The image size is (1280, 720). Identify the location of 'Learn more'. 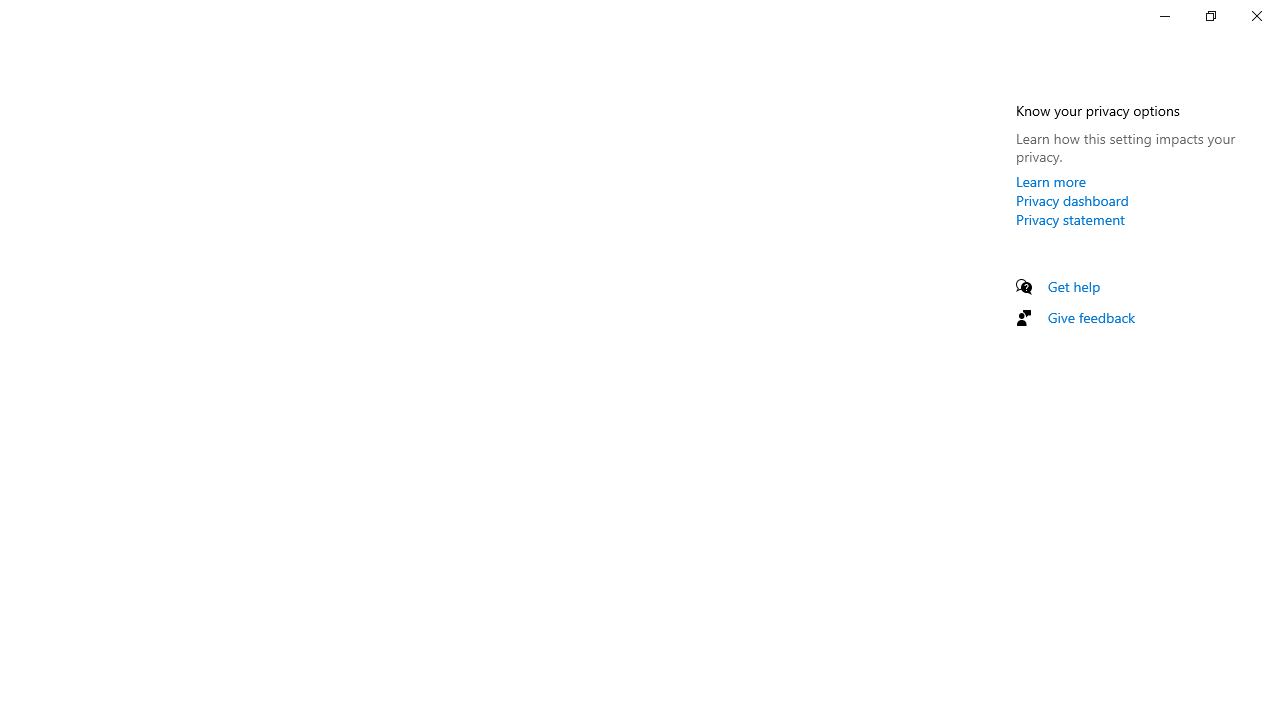
(1050, 181).